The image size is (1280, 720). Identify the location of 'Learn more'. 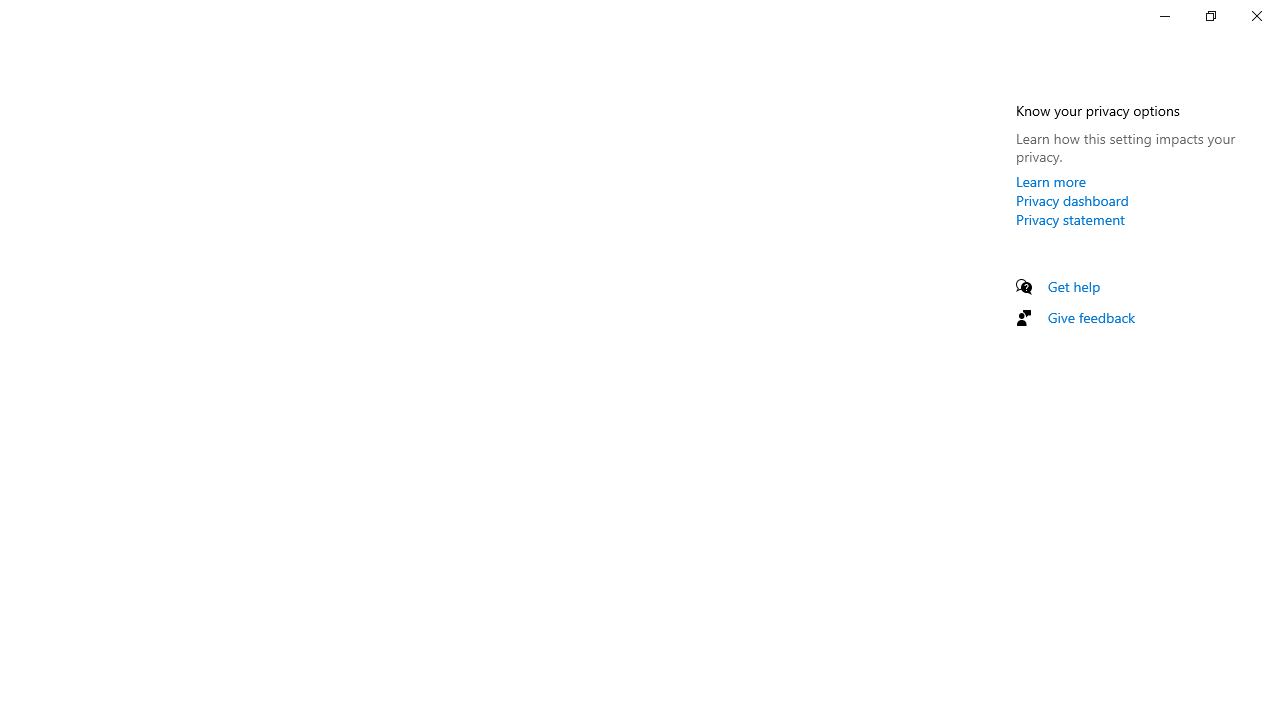
(1050, 181).